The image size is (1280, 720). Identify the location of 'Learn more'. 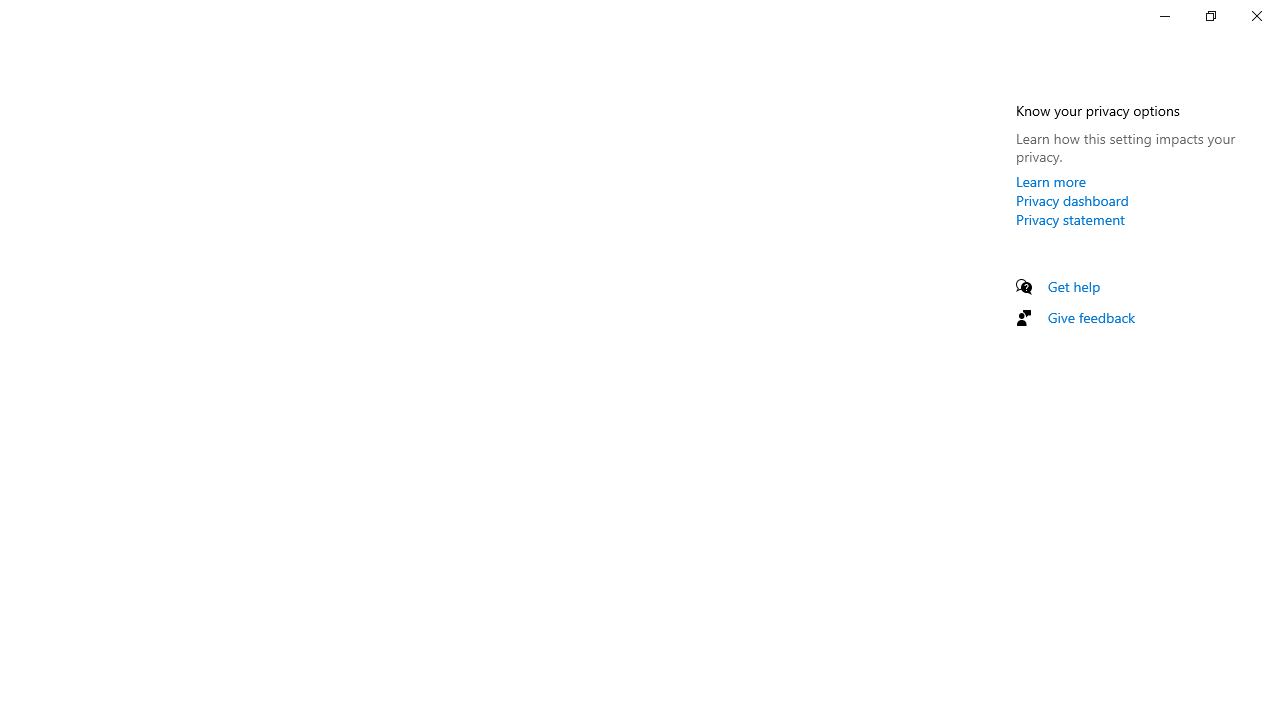
(1050, 181).